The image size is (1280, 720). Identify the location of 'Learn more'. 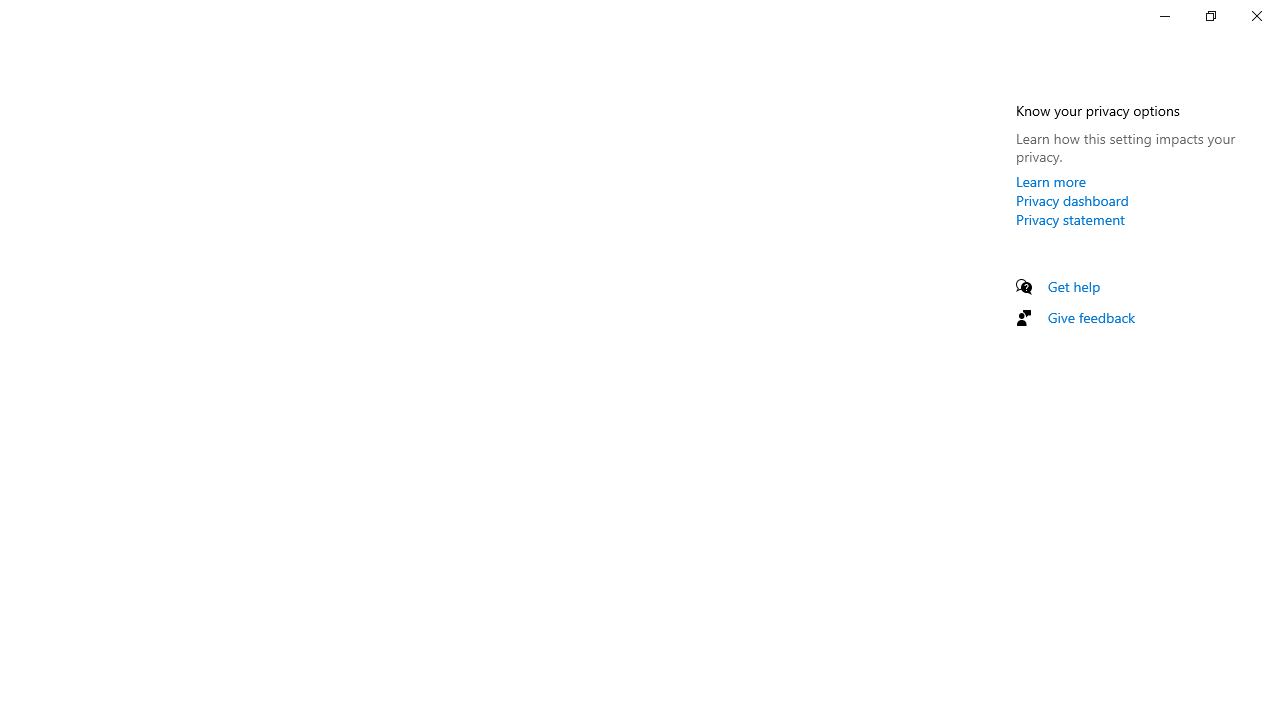
(1050, 181).